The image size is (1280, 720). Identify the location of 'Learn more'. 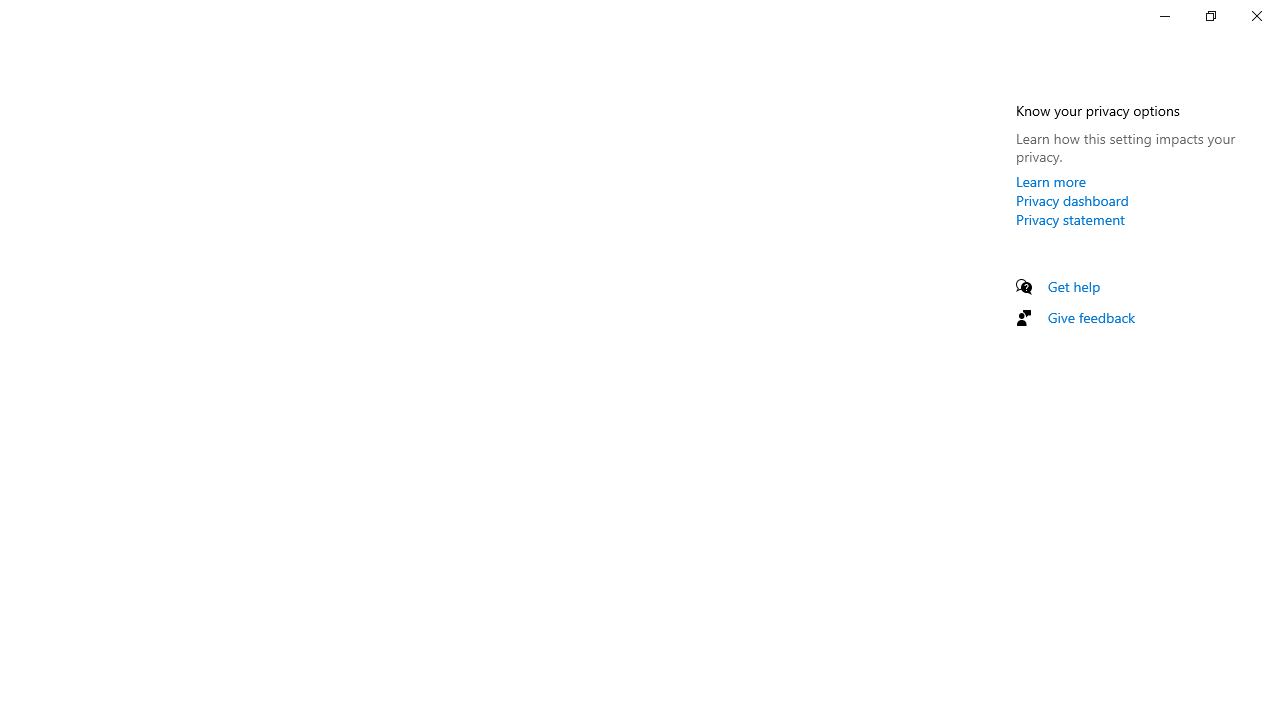
(1050, 181).